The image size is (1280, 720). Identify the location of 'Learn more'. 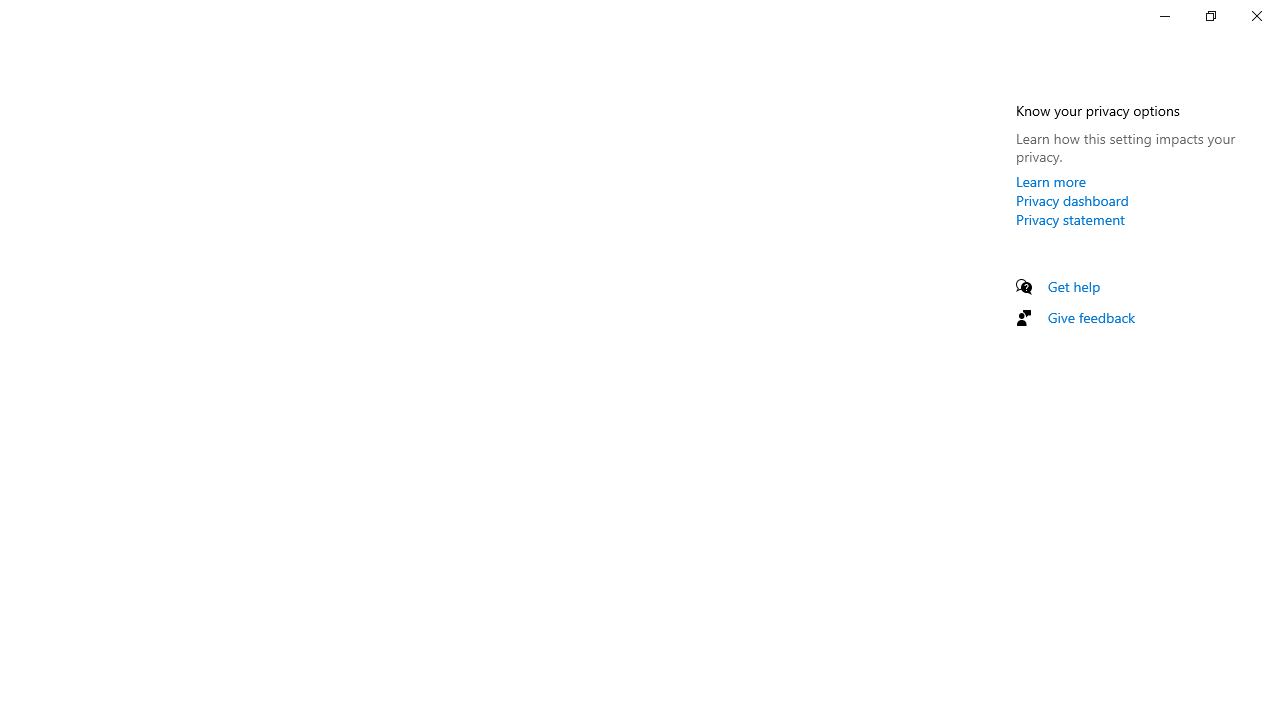
(1050, 181).